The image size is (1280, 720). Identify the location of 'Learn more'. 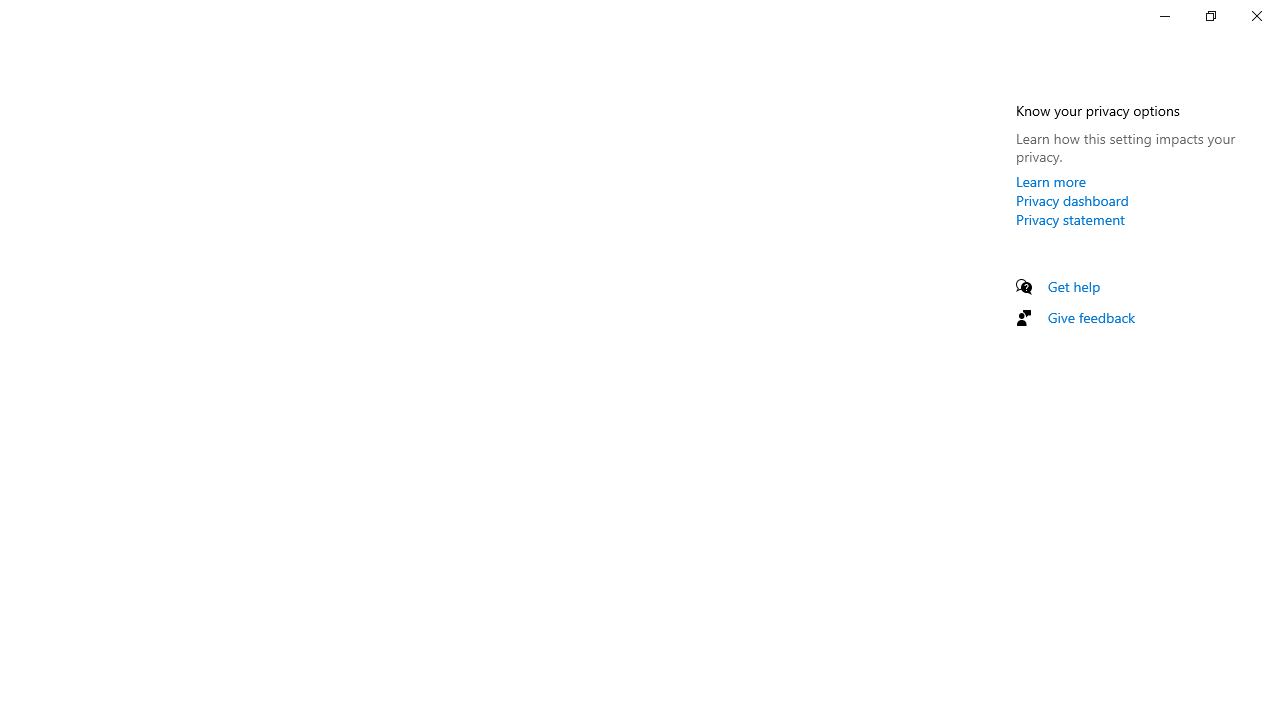
(1050, 181).